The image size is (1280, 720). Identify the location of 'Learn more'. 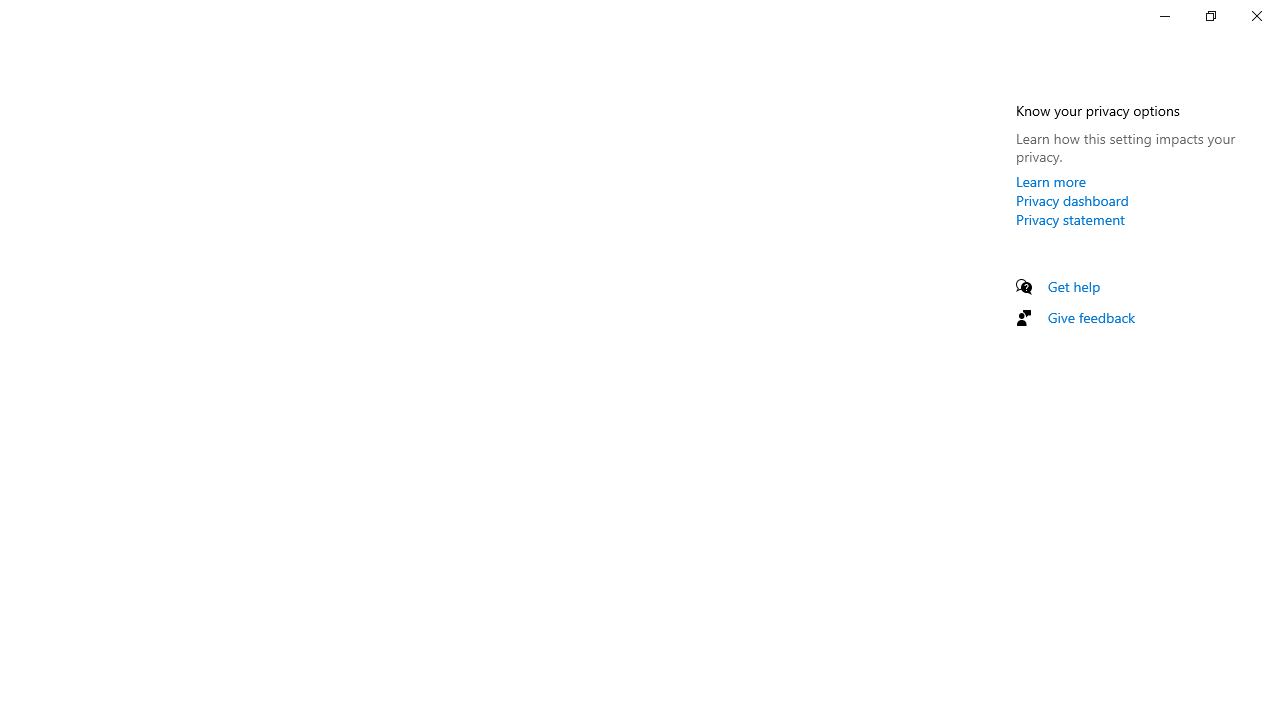
(1050, 181).